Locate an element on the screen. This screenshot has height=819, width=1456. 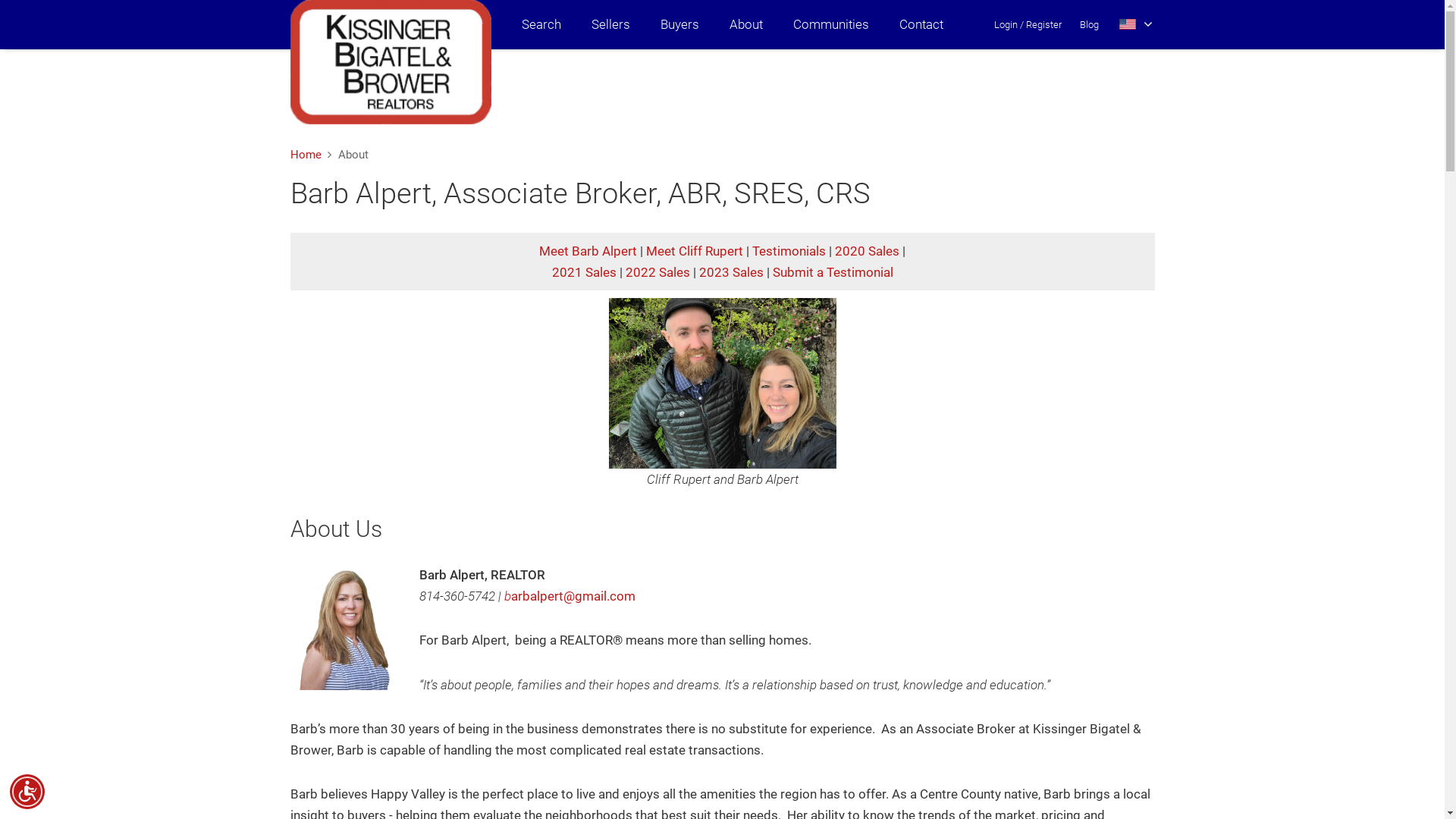
'Barb Alpert & Cliff Rupert' is located at coordinates (720, 382).